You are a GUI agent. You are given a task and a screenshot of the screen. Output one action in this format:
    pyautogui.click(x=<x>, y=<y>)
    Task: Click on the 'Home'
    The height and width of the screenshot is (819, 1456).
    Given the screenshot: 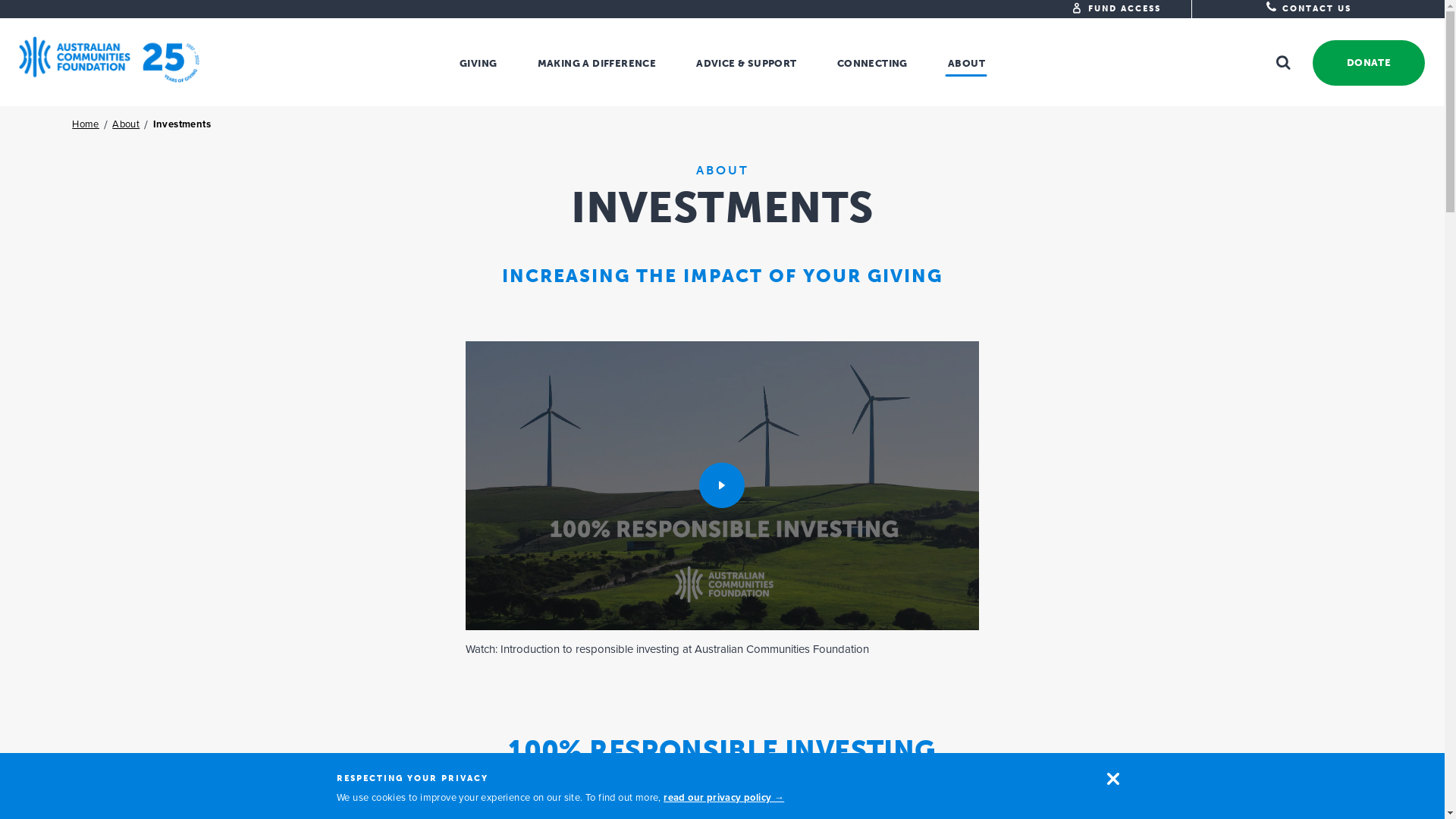 What is the action you would take?
    pyautogui.click(x=85, y=123)
    